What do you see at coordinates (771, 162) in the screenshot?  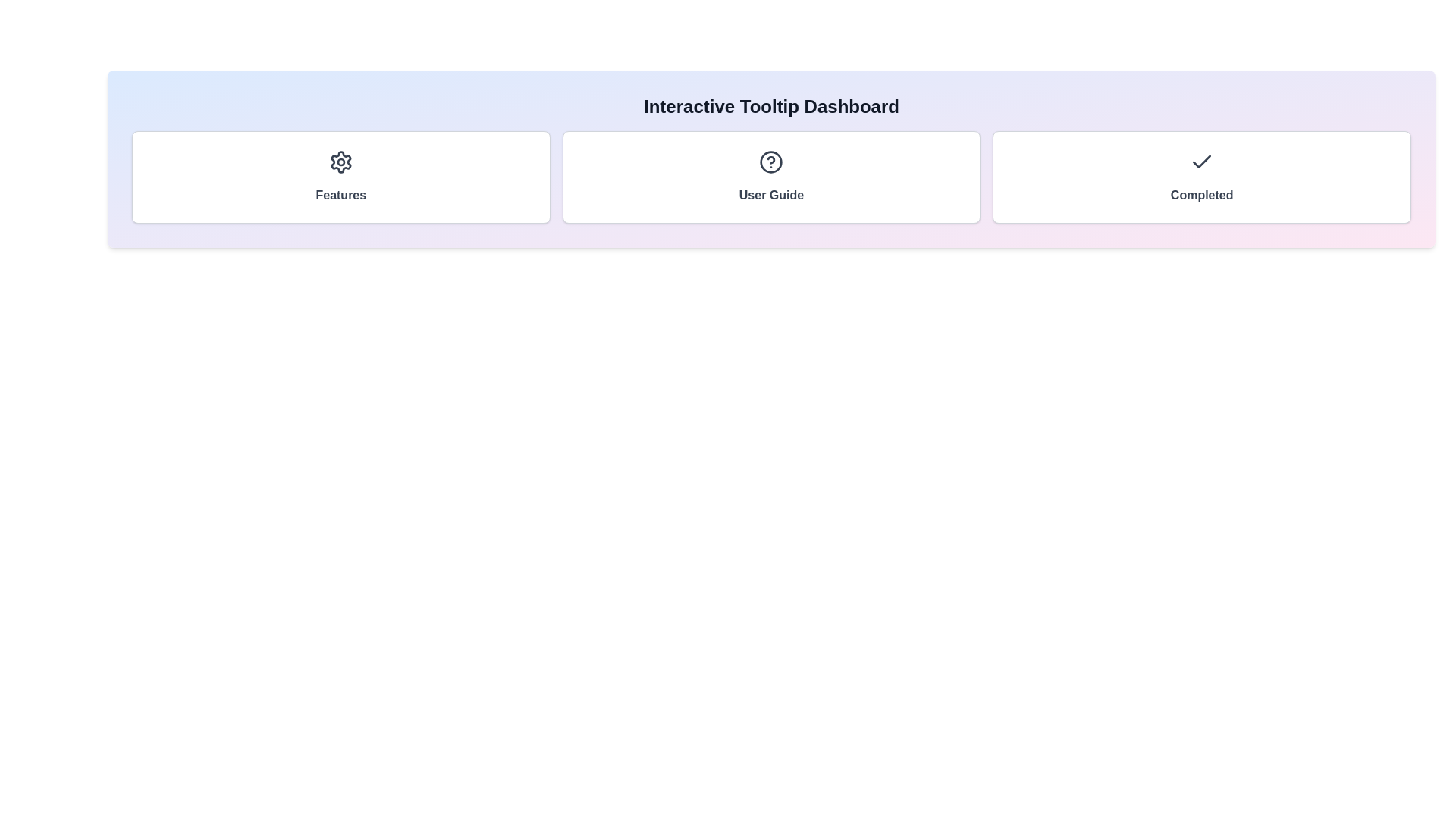 I see `the icon circle within the SVG graphic located in the 'User Guide' card` at bounding box center [771, 162].